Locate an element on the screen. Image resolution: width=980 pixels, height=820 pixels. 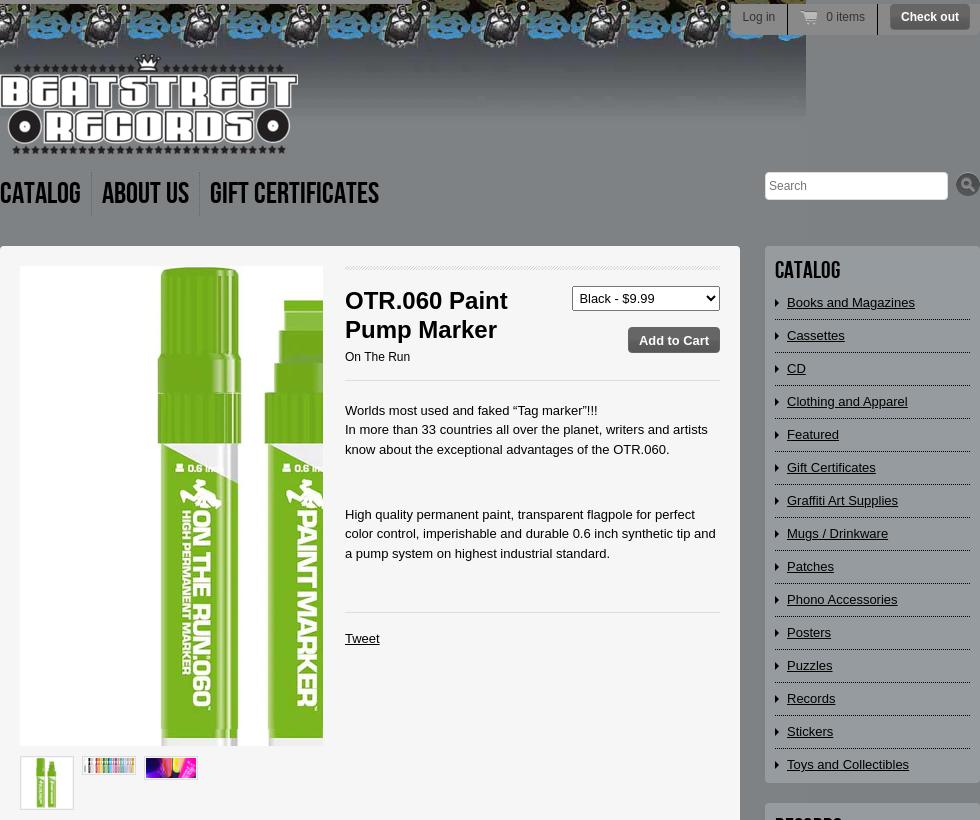
'Patches' is located at coordinates (809, 566).